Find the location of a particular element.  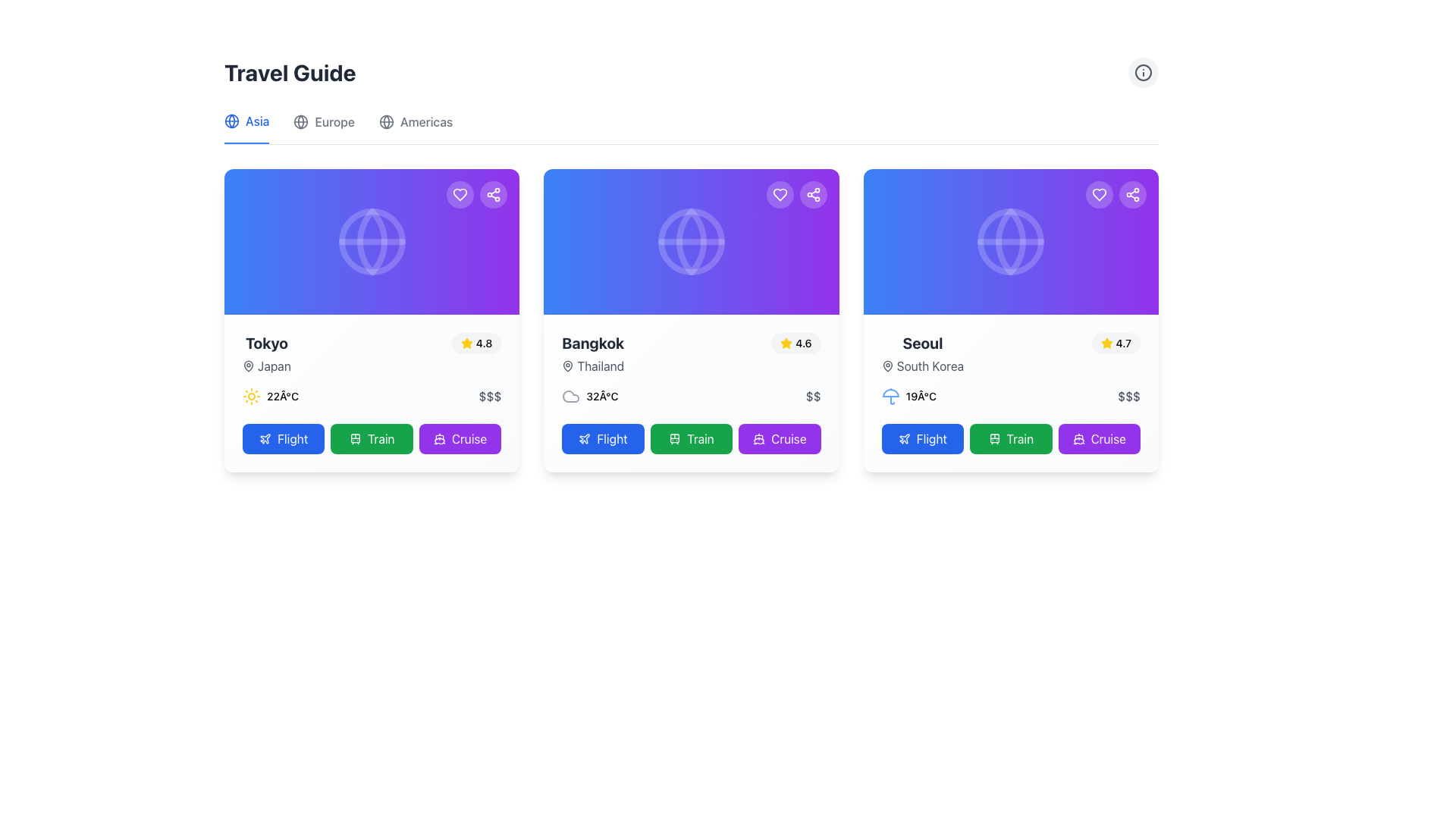

displayed temperature and cost indicators from the composite weather information element for Seoul, South Korea, located below the main city name and above the row of buttons is located at coordinates (1011, 396).